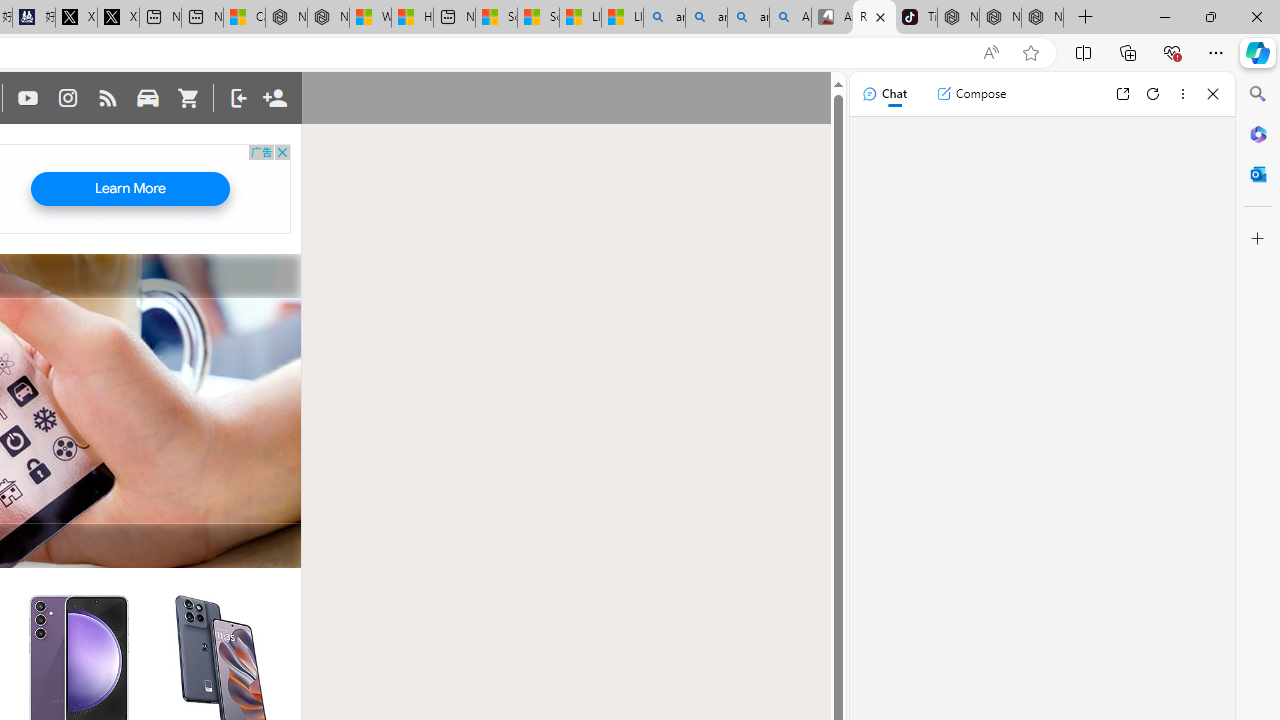  What do you see at coordinates (957, 17) in the screenshot?
I see `'Nordace - Best Sellers'` at bounding box center [957, 17].